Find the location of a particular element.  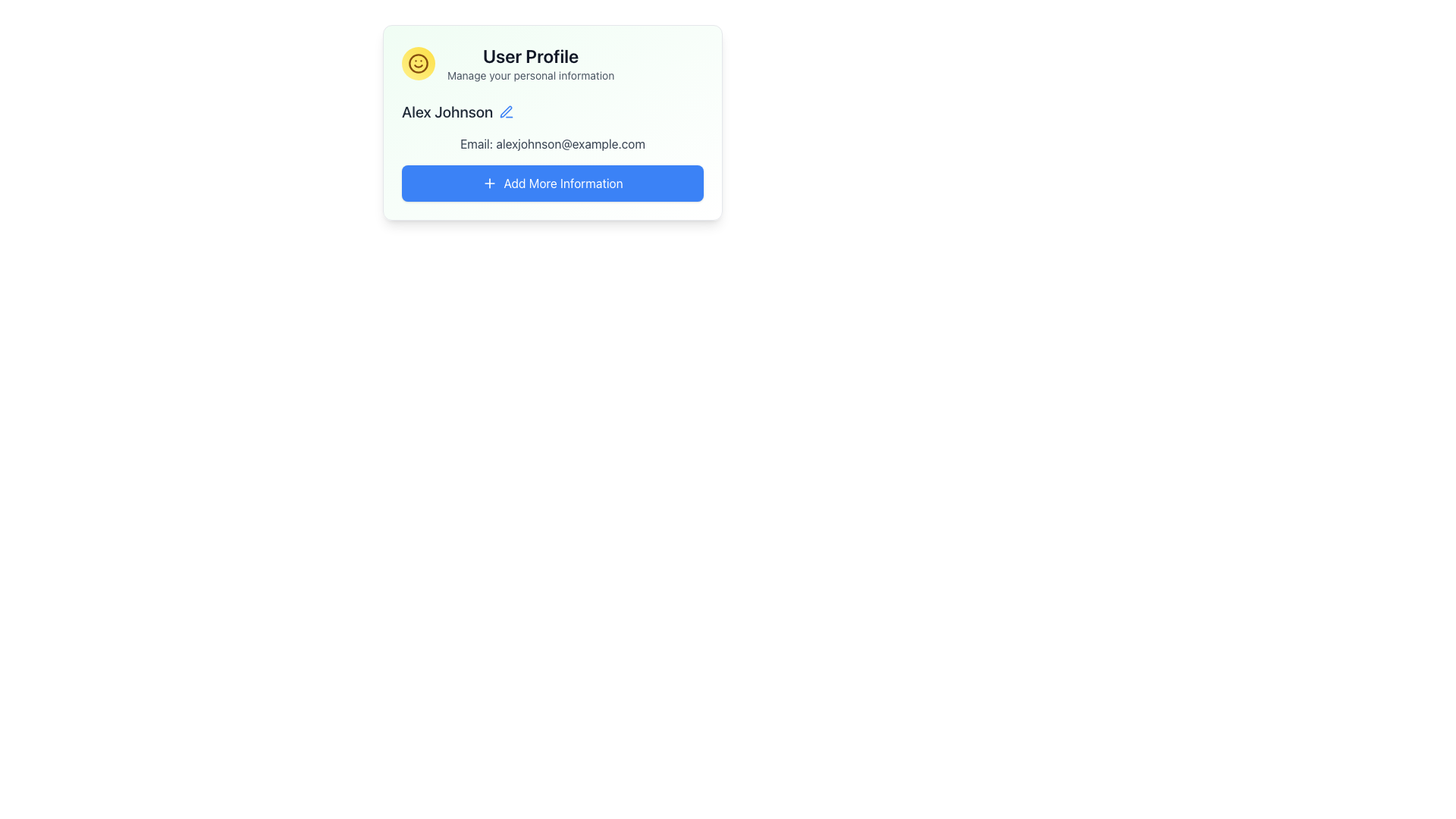

the Text Display that shows 'Email: alexjohnson@example.com', which is styled in gray and positioned below the name 'Alex Johnson' in the user profile card layout is located at coordinates (552, 143).